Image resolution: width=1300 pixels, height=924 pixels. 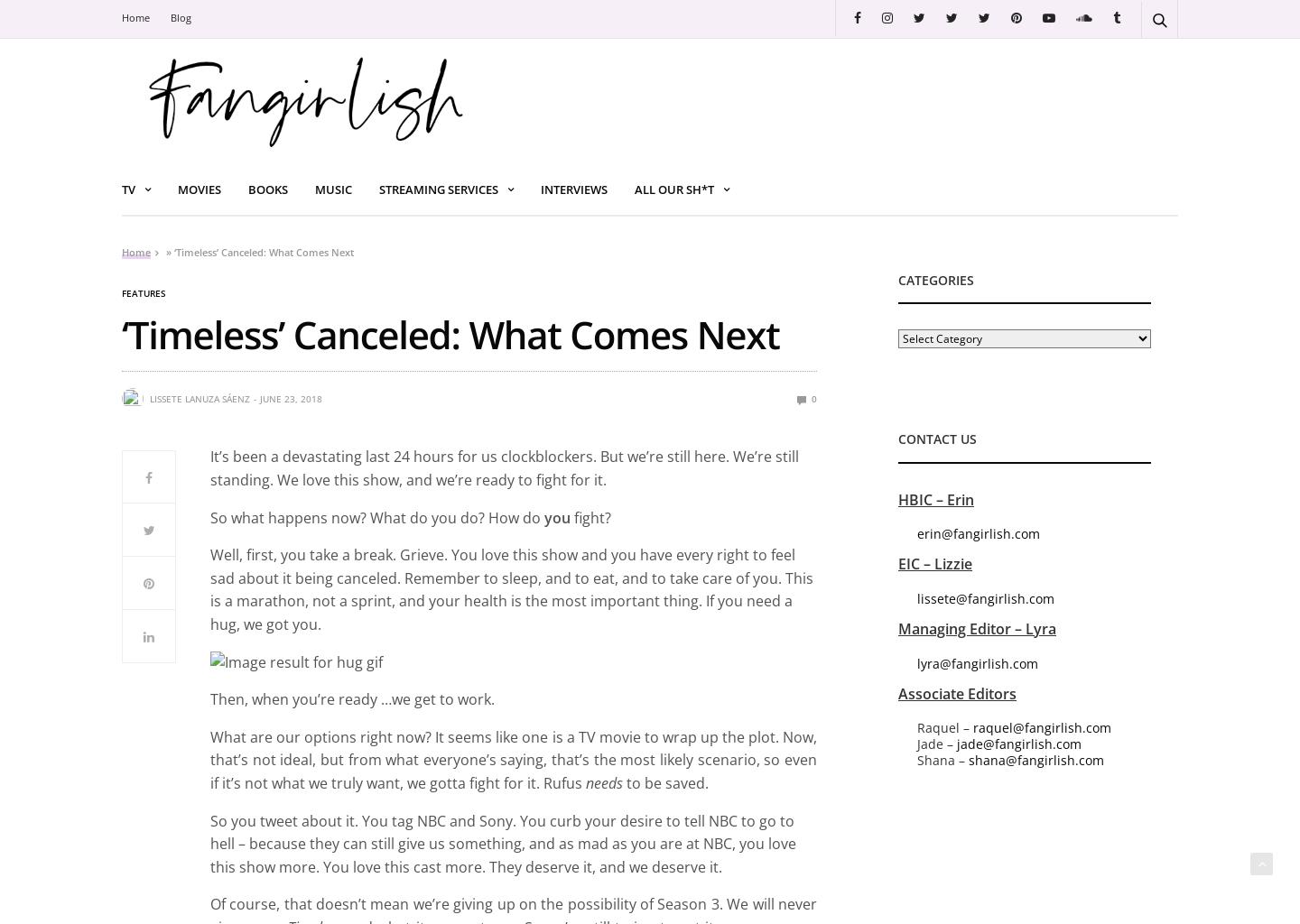 What do you see at coordinates (977, 661) in the screenshot?
I see `'lyra@fangirlish.com'` at bounding box center [977, 661].